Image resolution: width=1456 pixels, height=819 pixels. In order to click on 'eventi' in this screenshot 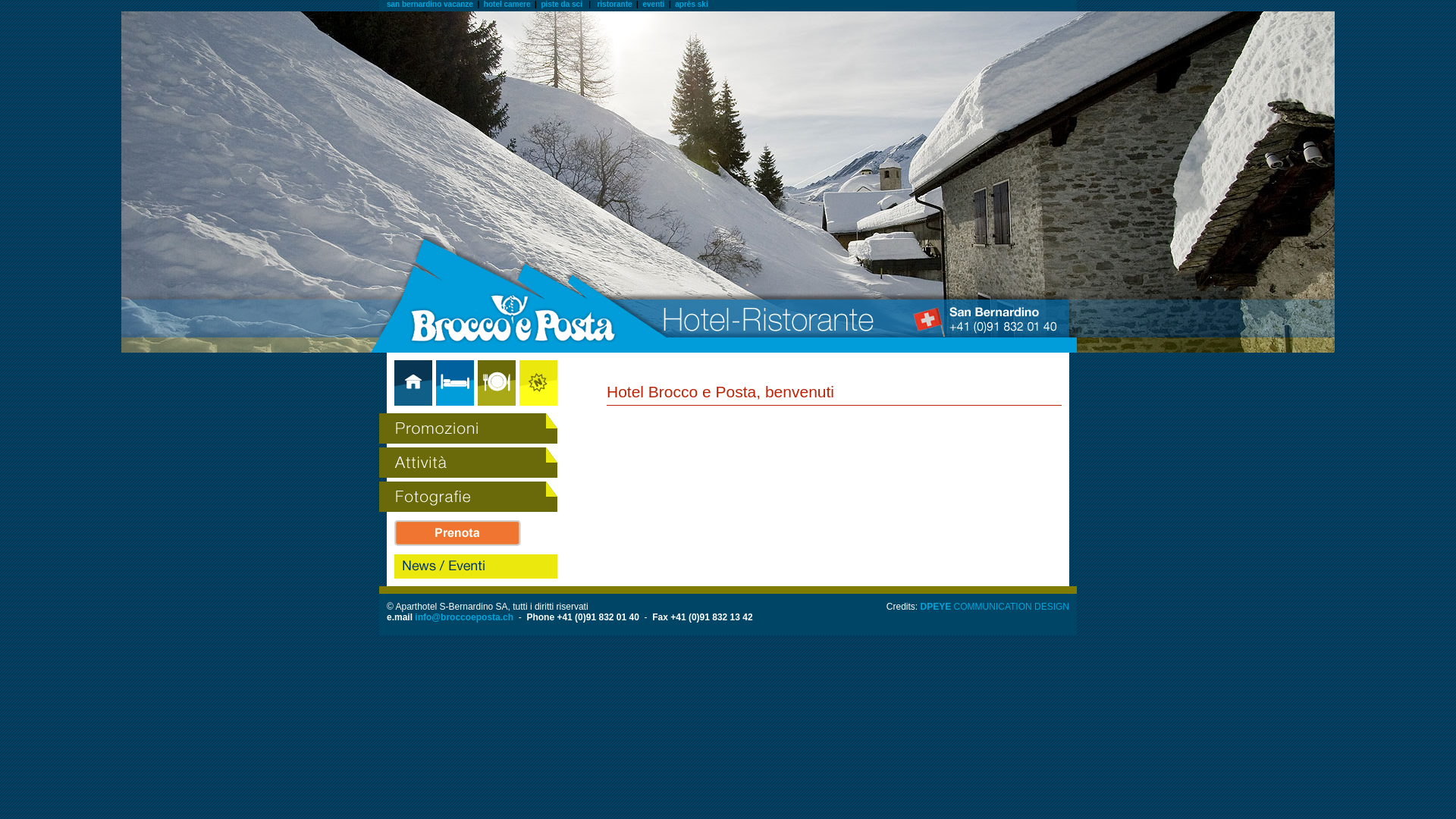, I will do `click(653, 4)`.